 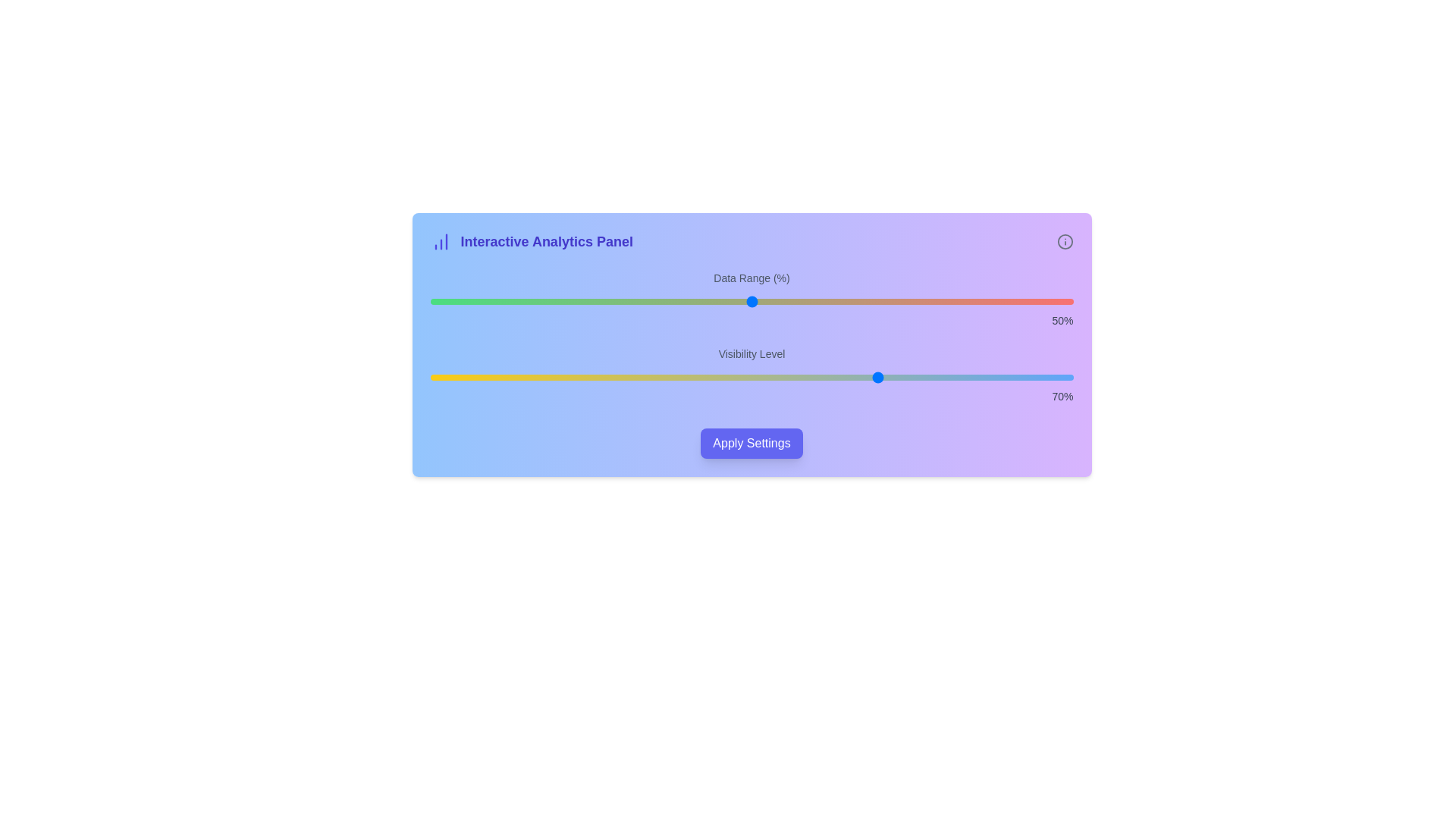 I want to click on the Data Range slider to 39%, so click(x=680, y=301).